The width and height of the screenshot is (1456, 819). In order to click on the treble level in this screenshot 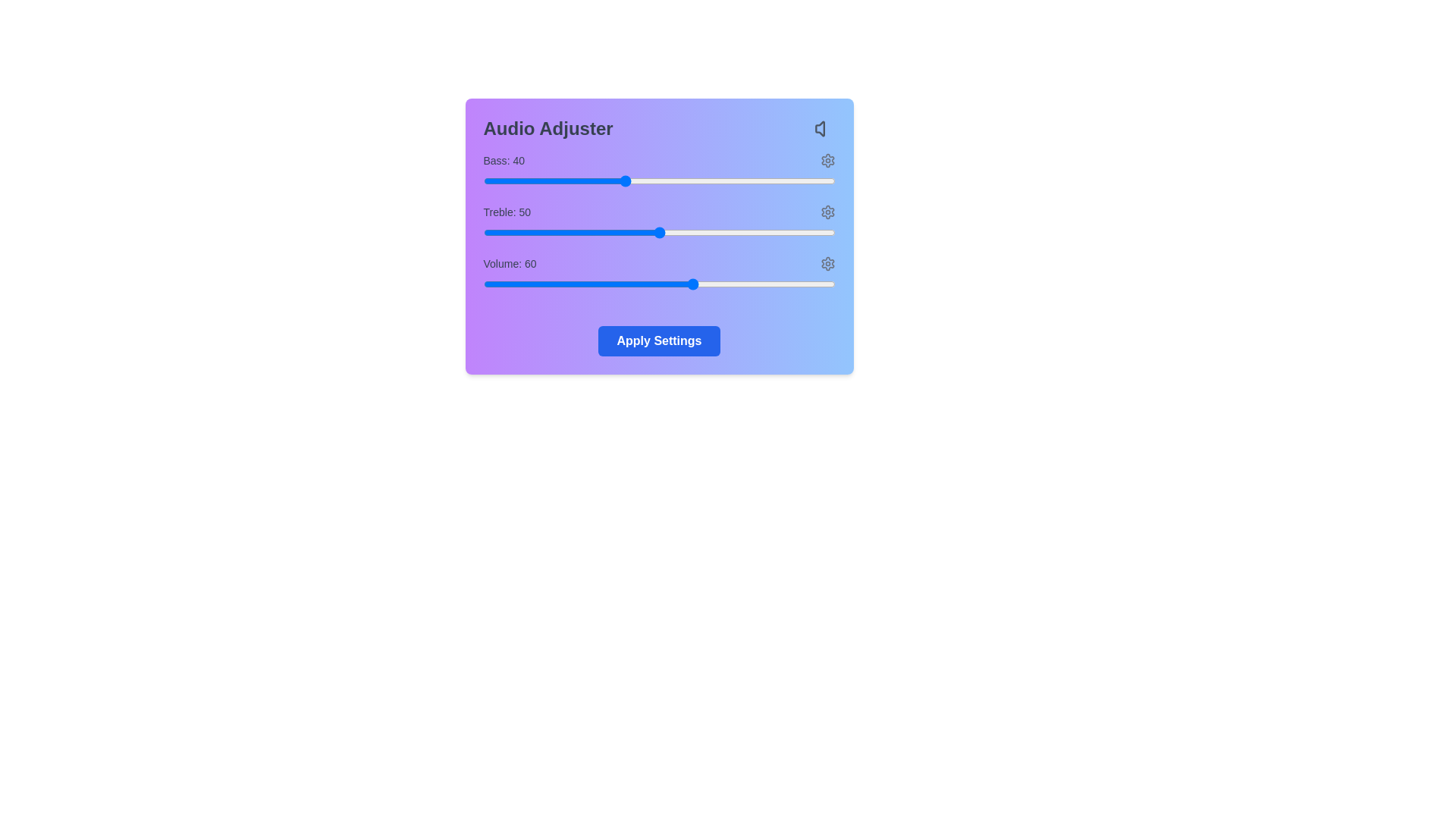, I will do `click(736, 233)`.